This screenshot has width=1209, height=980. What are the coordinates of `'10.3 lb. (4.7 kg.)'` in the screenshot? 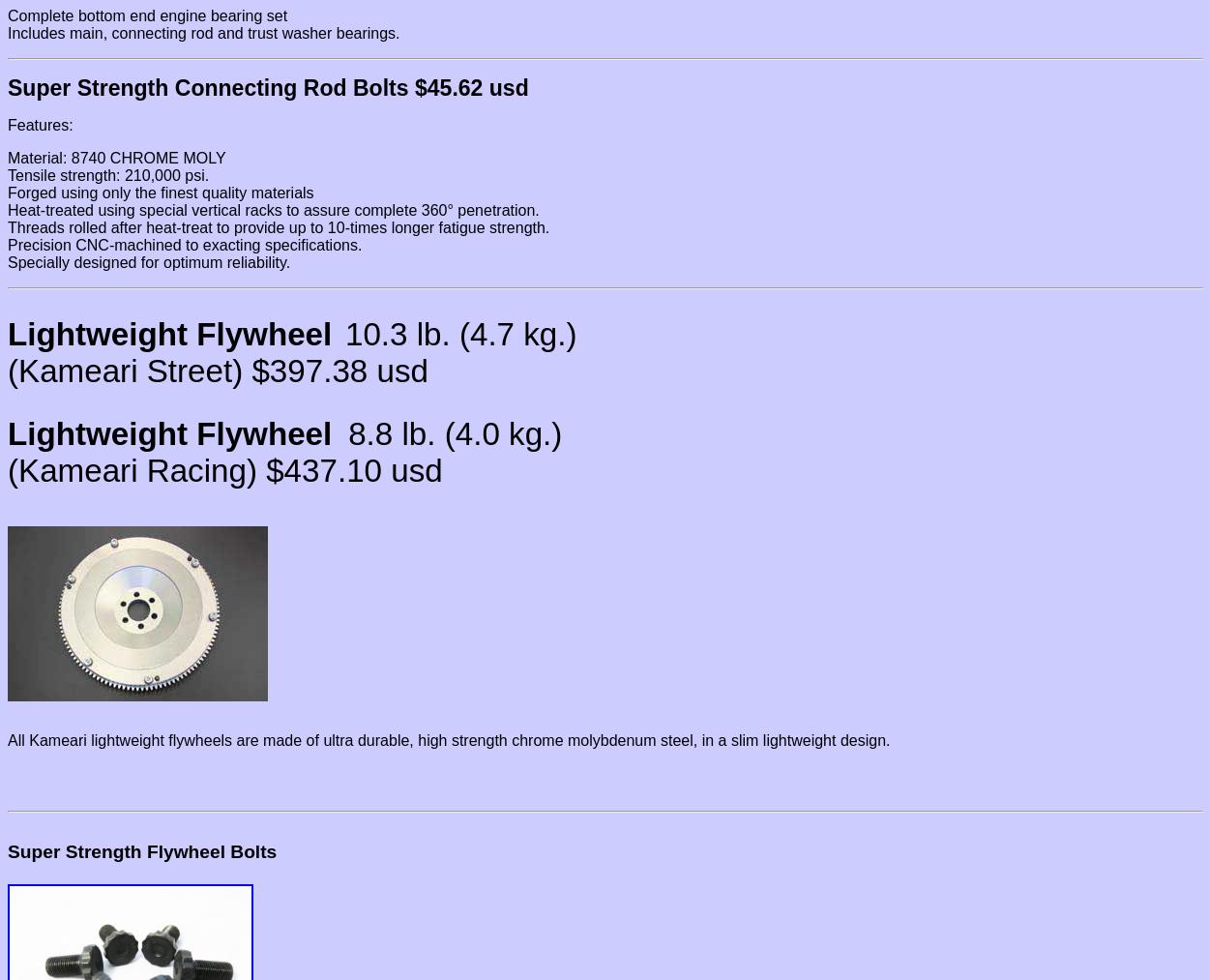 It's located at (459, 334).